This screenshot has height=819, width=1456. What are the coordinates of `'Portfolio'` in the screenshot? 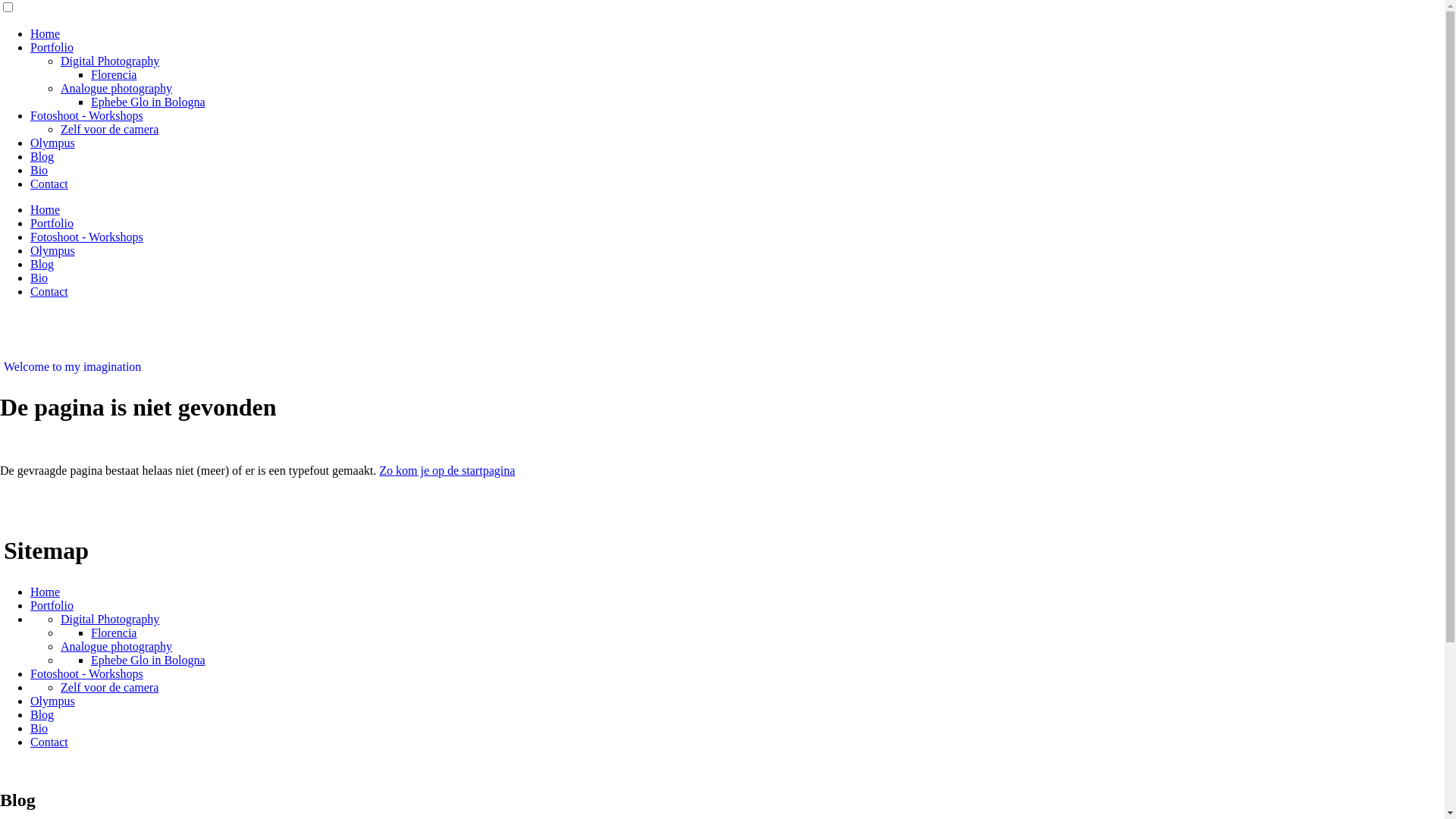 It's located at (52, 223).